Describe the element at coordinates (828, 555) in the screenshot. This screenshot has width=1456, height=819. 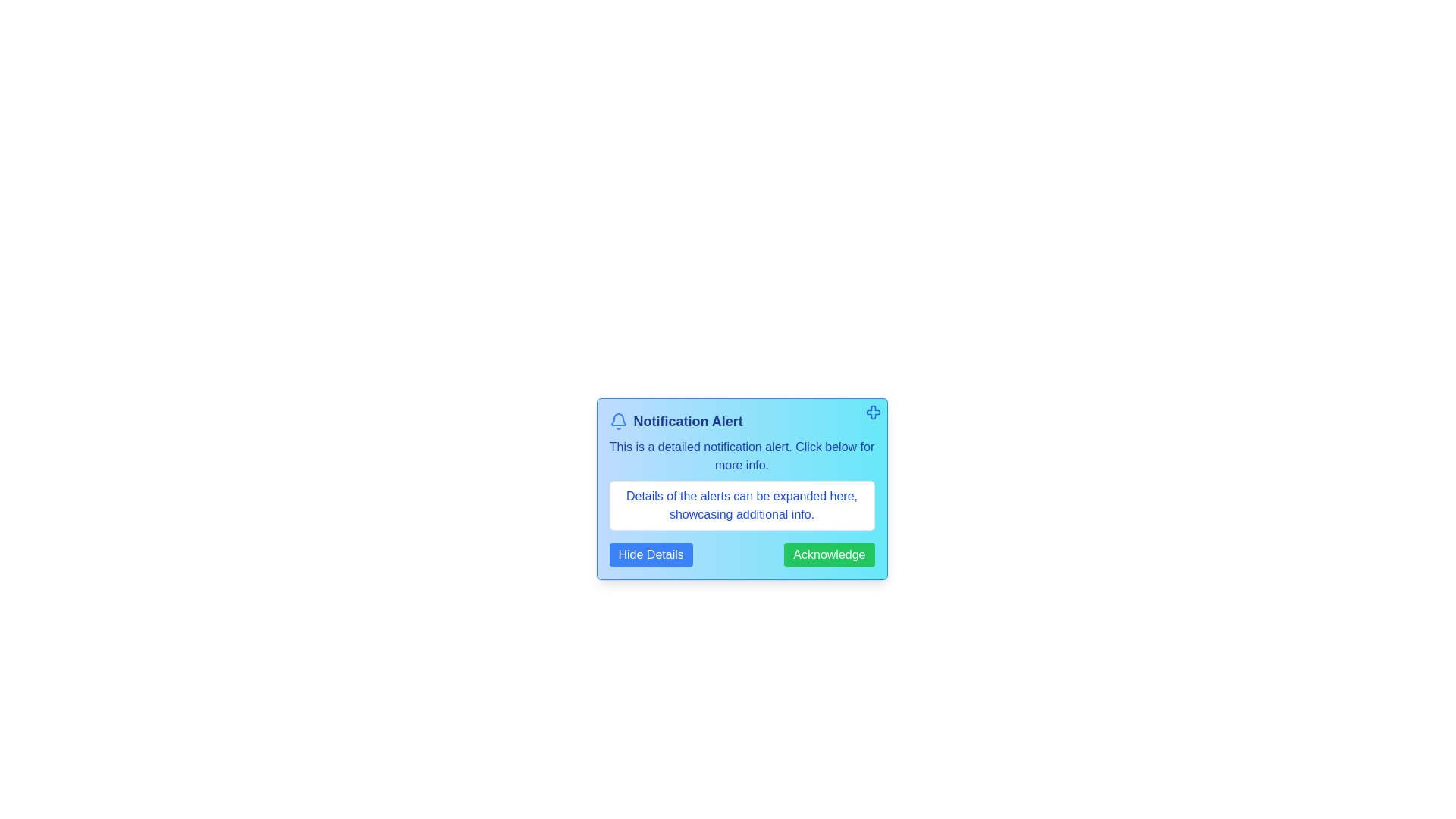
I see `the 'Acknowledge' button to acknowledge the notification` at that location.